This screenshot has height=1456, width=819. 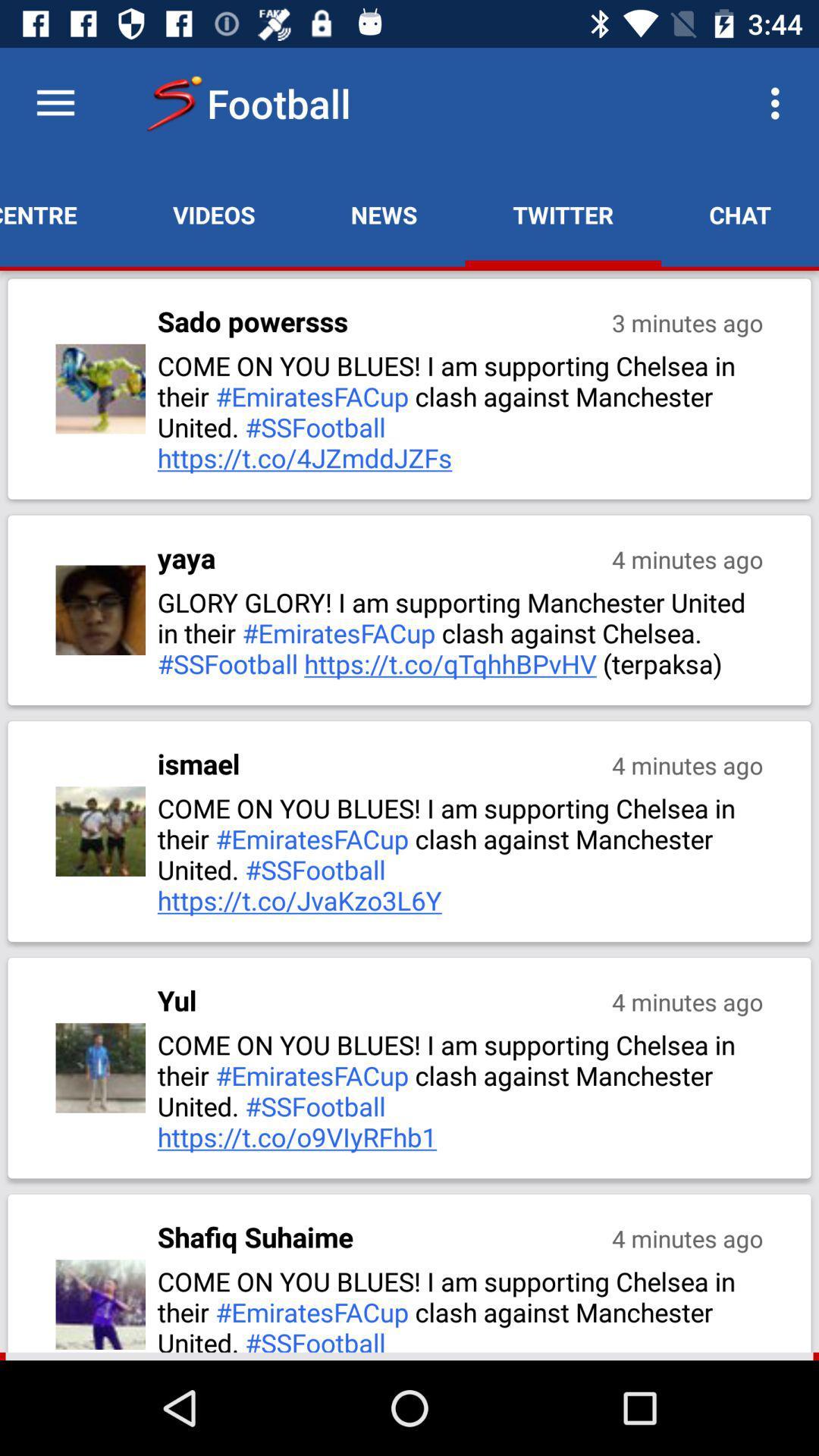 I want to click on the item next to videos app, so click(x=61, y=214).